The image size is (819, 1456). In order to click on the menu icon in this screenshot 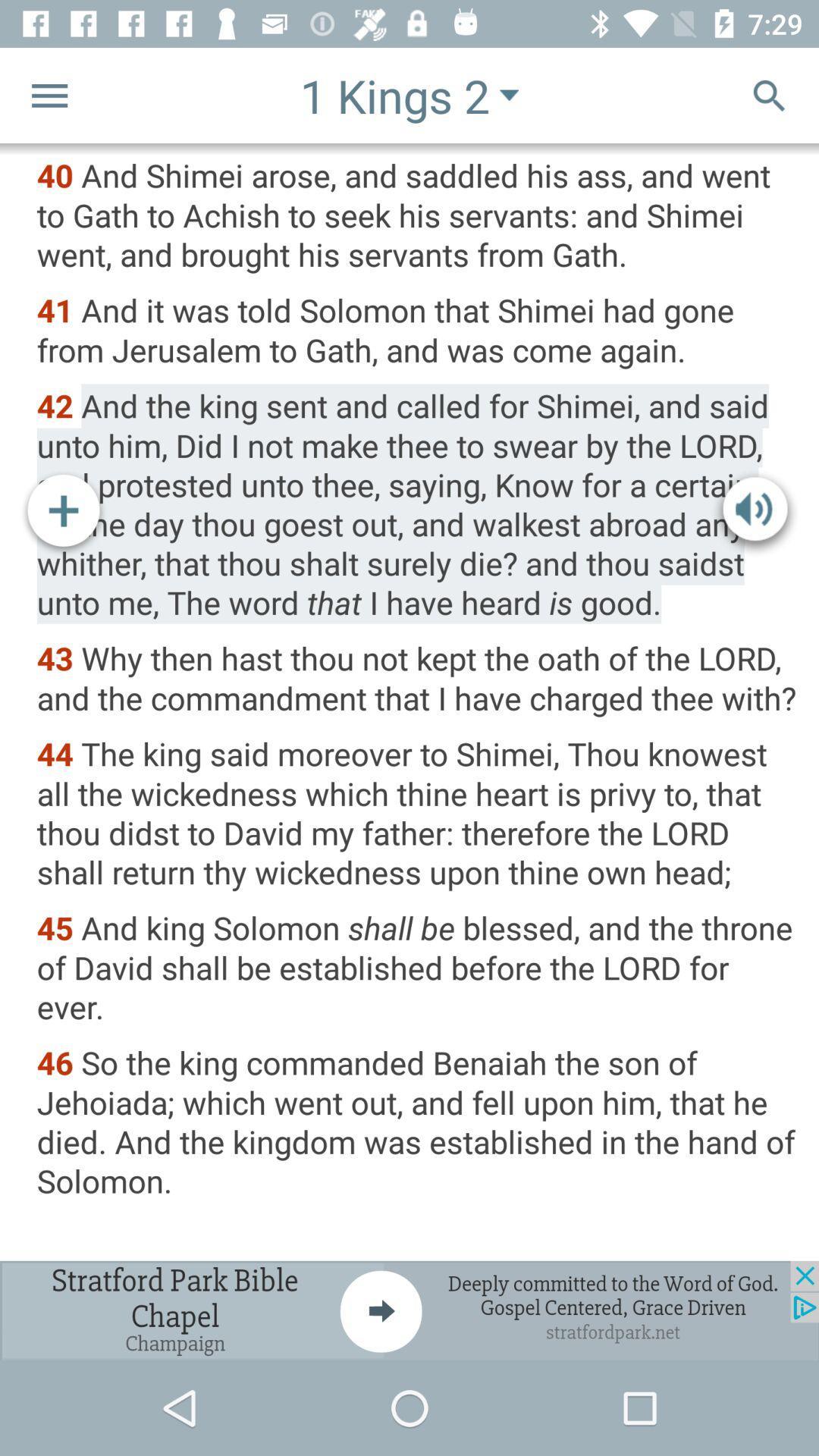, I will do `click(49, 94)`.